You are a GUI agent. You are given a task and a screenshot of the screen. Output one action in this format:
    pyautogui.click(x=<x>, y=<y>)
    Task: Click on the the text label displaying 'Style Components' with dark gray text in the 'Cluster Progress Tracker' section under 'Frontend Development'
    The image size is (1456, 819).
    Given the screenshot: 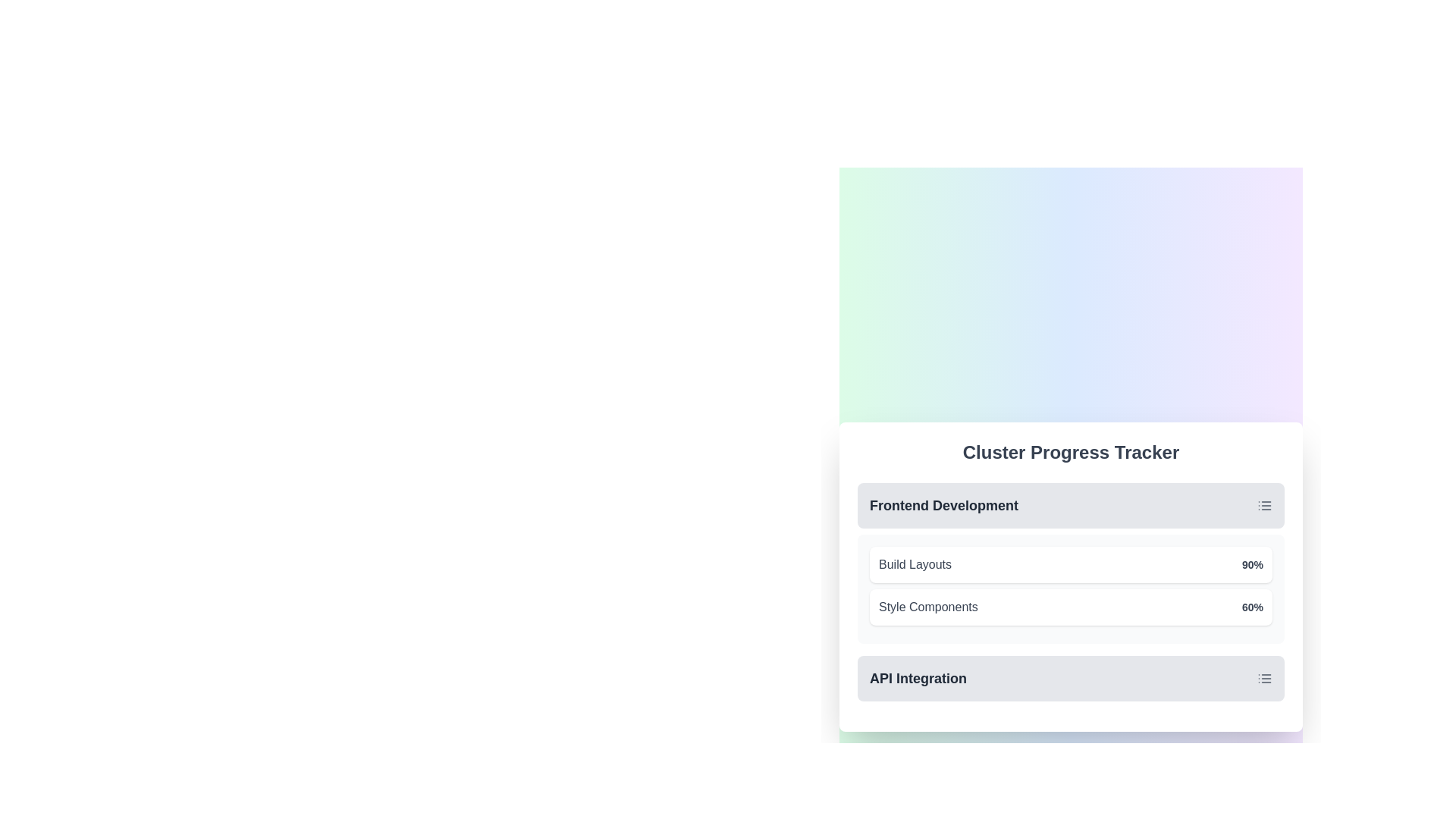 What is the action you would take?
    pyautogui.click(x=927, y=607)
    